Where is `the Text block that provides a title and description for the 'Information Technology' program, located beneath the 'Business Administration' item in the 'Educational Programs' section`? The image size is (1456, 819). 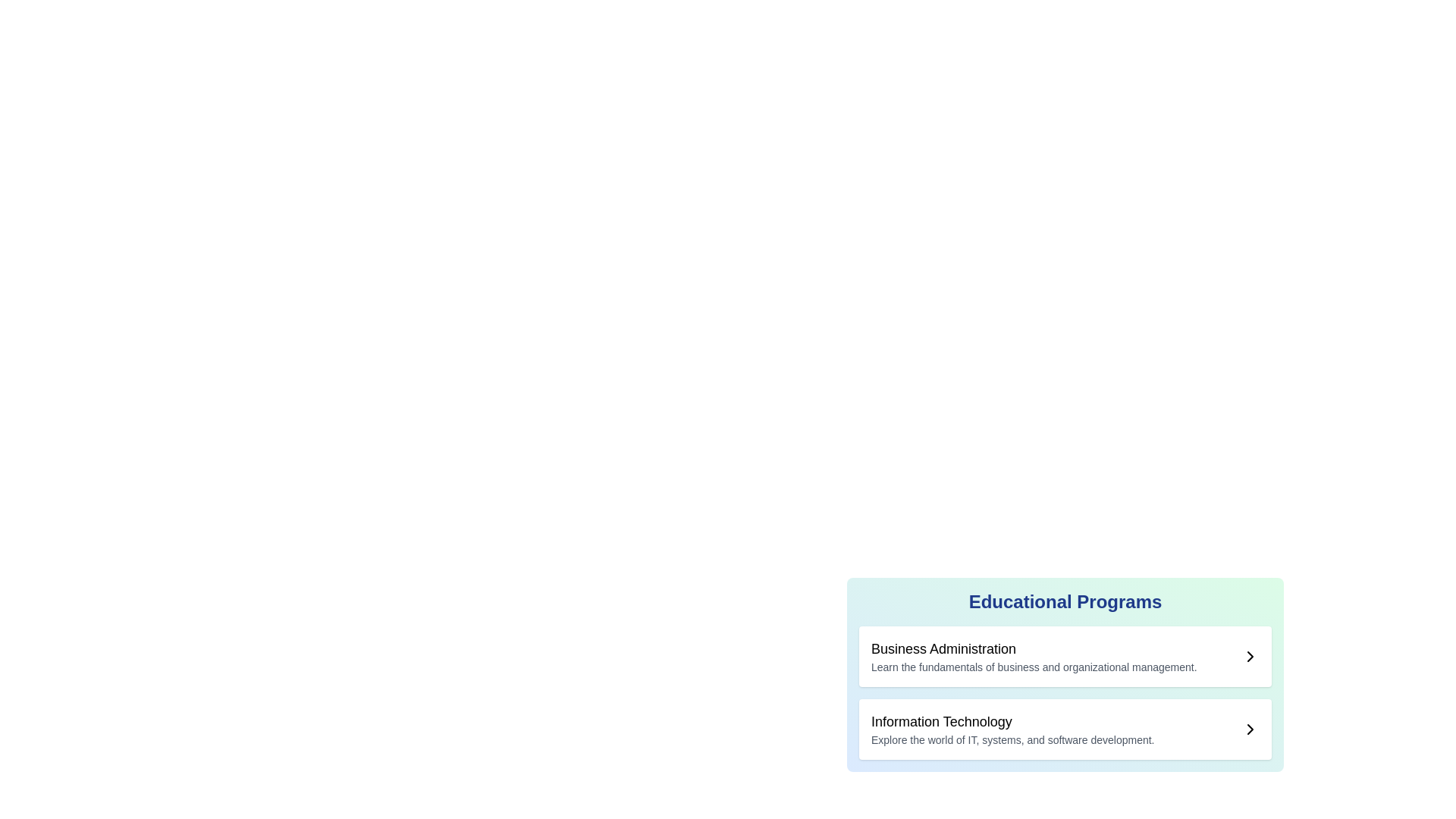 the Text block that provides a title and description for the 'Information Technology' program, located beneath the 'Business Administration' item in the 'Educational Programs' section is located at coordinates (1012, 728).